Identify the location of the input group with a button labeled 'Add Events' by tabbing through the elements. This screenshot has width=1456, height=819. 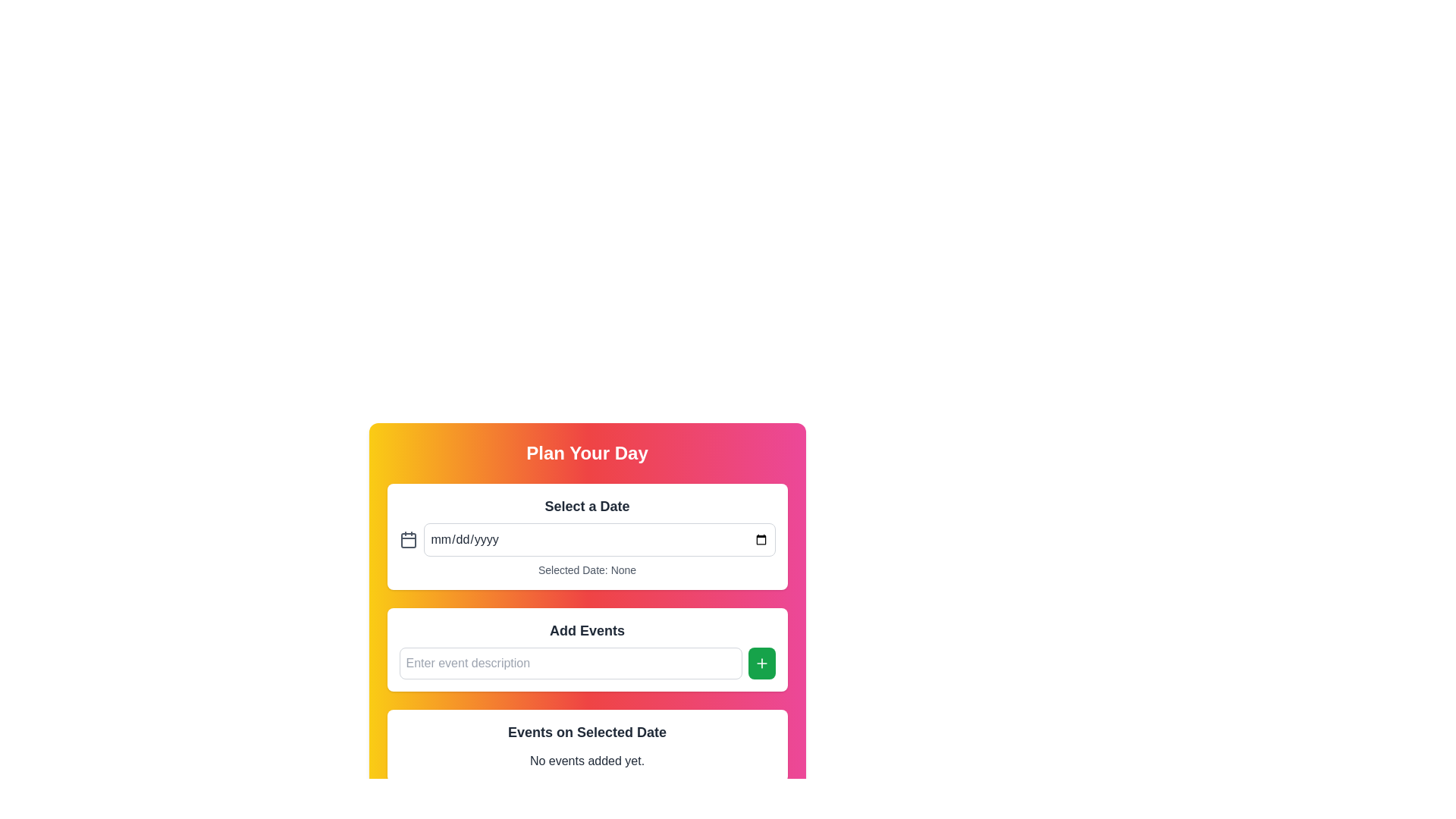
(586, 648).